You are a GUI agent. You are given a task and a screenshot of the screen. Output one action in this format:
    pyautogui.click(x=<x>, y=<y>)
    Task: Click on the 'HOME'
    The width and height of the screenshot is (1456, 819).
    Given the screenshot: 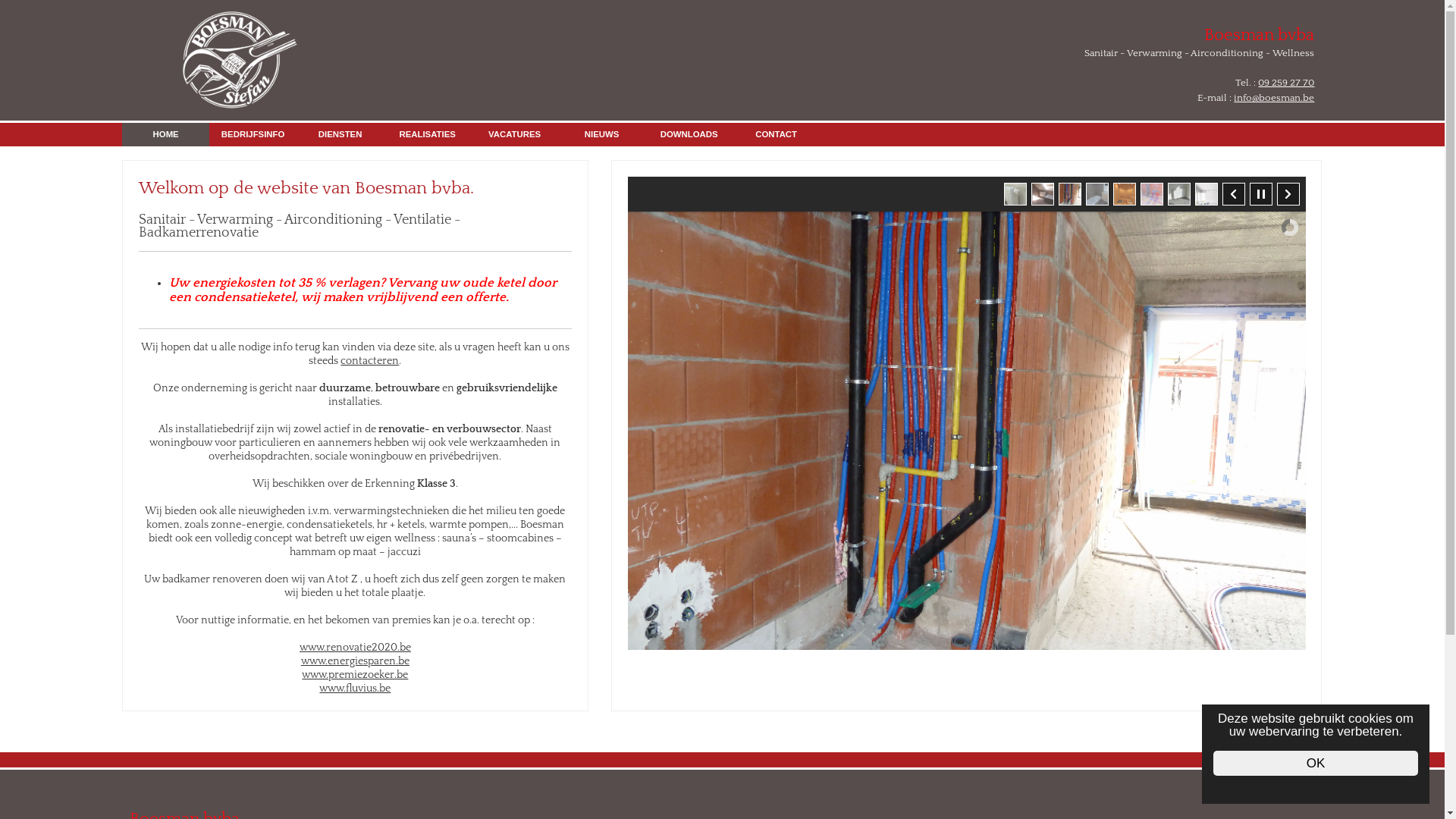 What is the action you would take?
    pyautogui.click(x=165, y=133)
    